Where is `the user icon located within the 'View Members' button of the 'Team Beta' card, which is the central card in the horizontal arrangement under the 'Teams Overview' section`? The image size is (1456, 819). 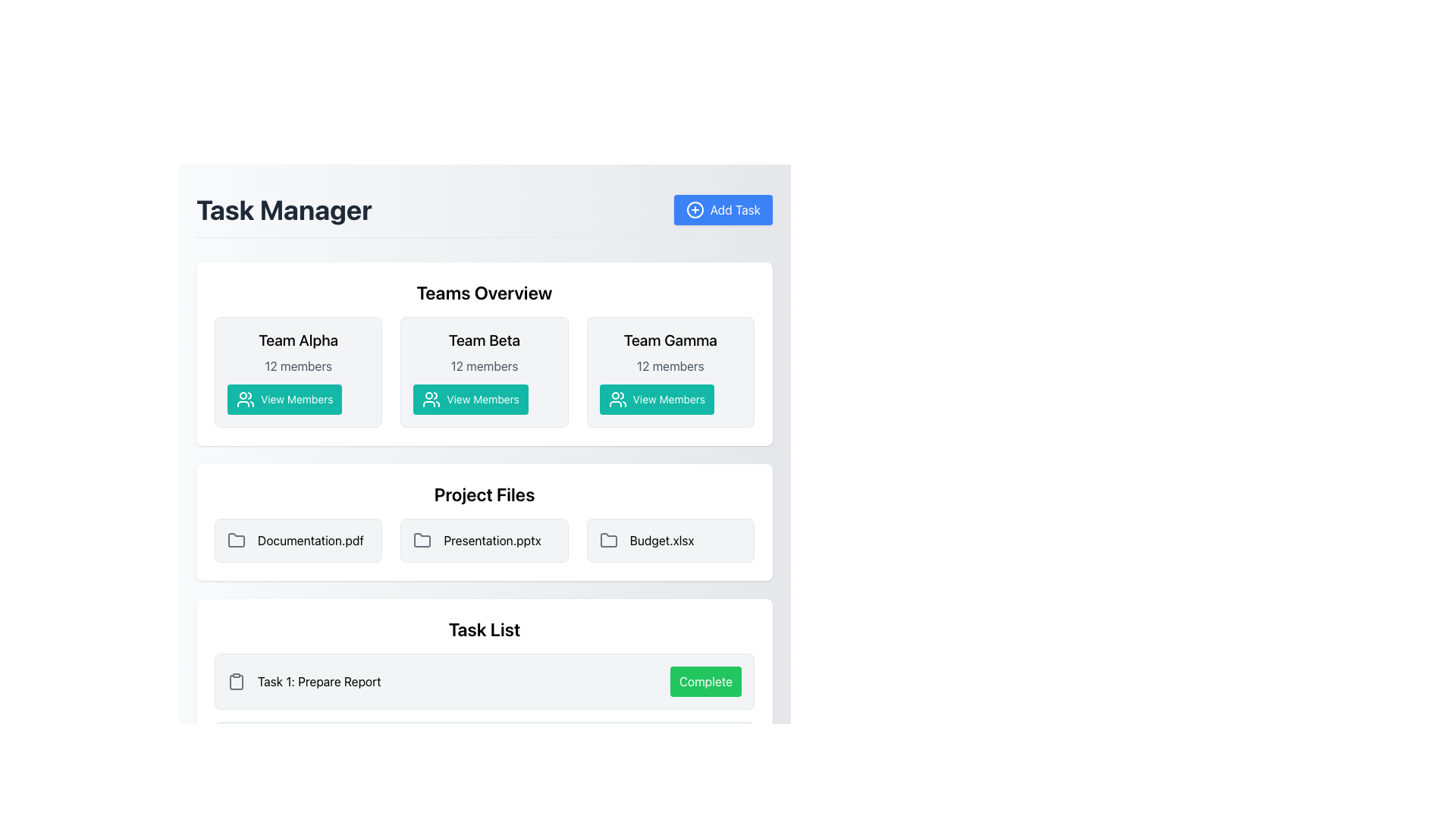 the user icon located within the 'View Members' button of the 'Team Beta' card, which is the central card in the horizontal arrangement under the 'Teams Overview' section is located at coordinates (431, 399).